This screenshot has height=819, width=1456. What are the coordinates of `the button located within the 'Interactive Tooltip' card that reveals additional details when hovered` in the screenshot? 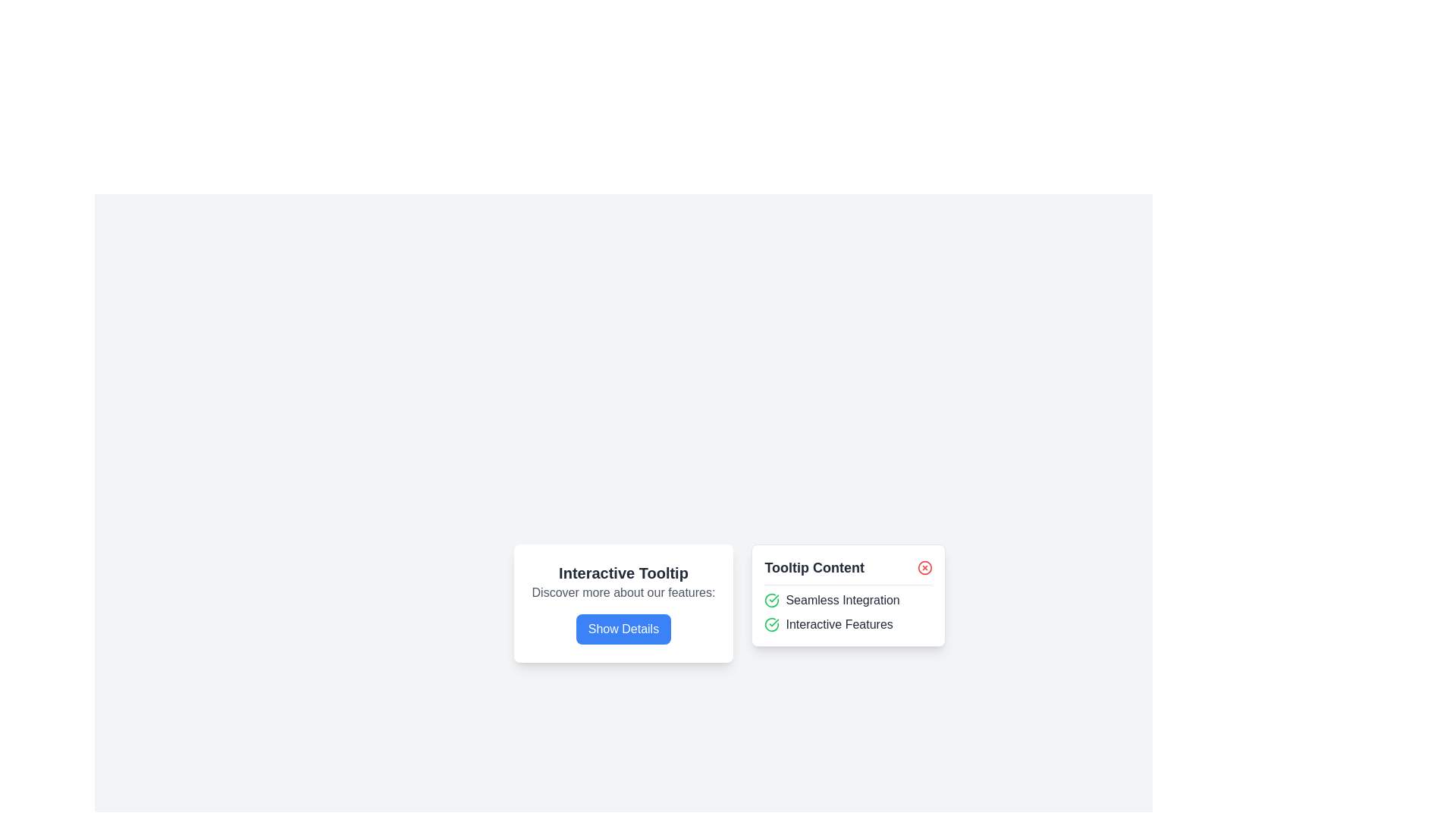 It's located at (623, 629).